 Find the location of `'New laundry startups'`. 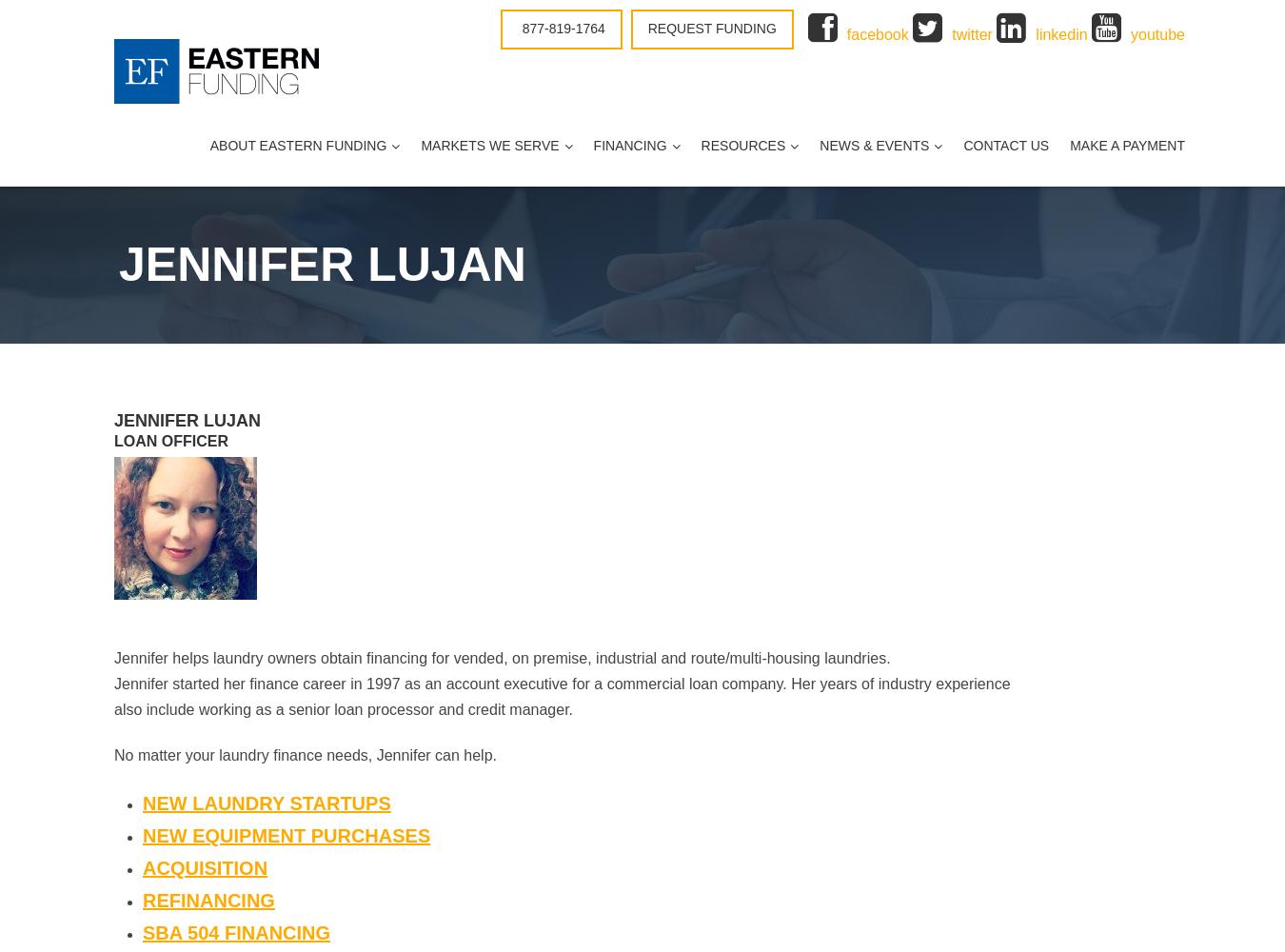

'New laundry startups' is located at coordinates (265, 802).